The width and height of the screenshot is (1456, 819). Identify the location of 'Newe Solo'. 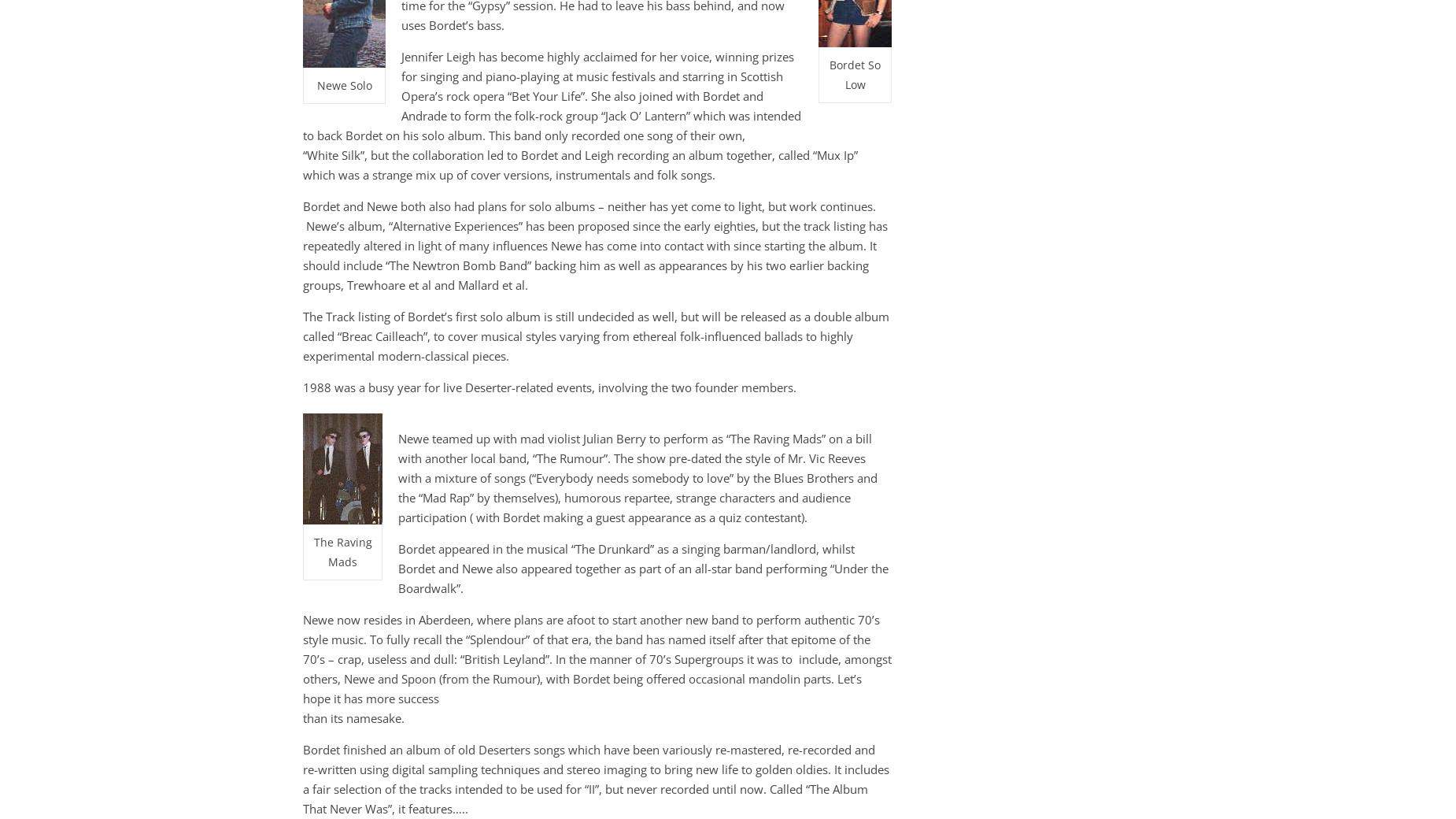
(342, 84).